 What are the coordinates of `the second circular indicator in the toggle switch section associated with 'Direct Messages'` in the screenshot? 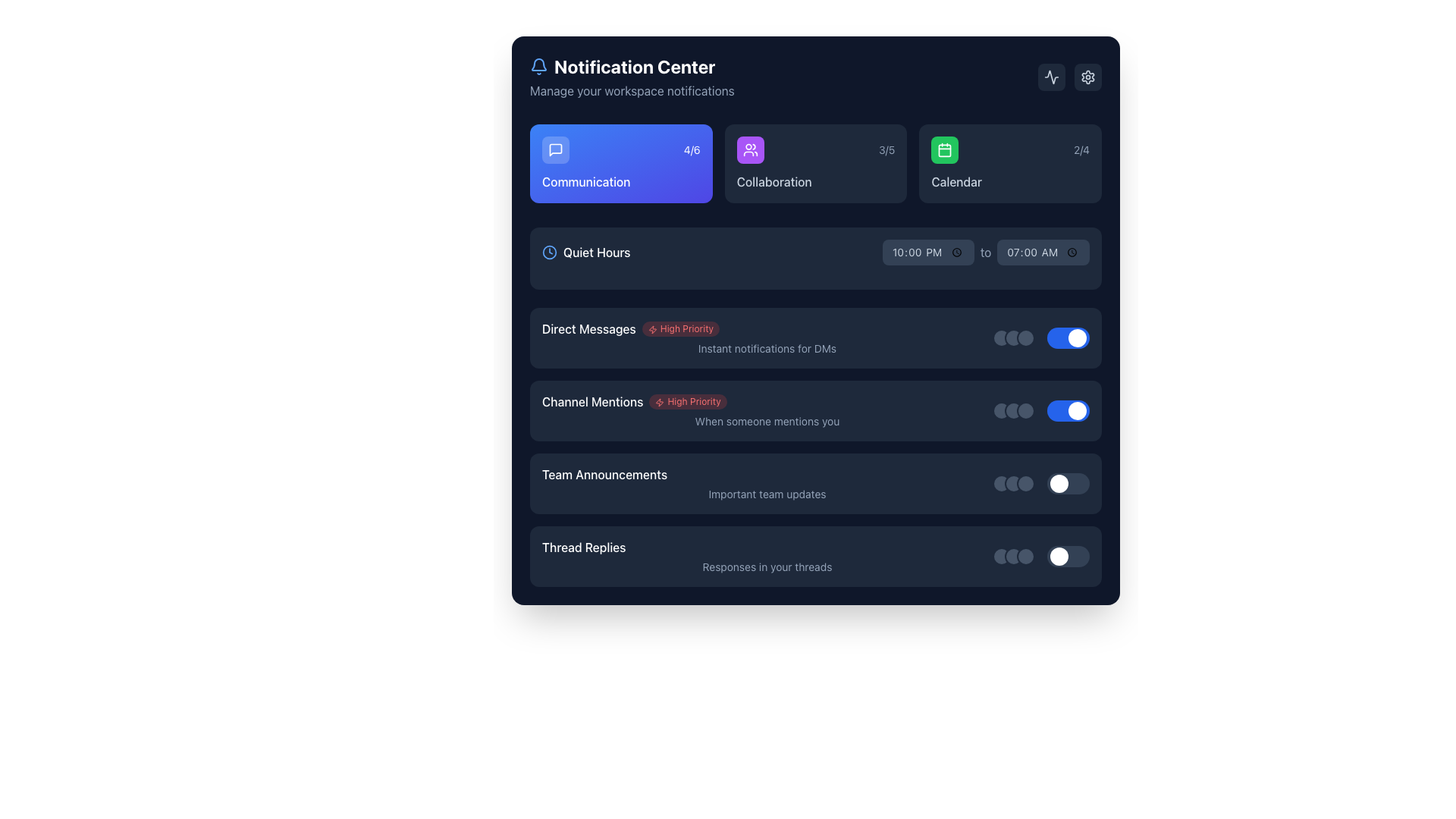 It's located at (1014, 337).